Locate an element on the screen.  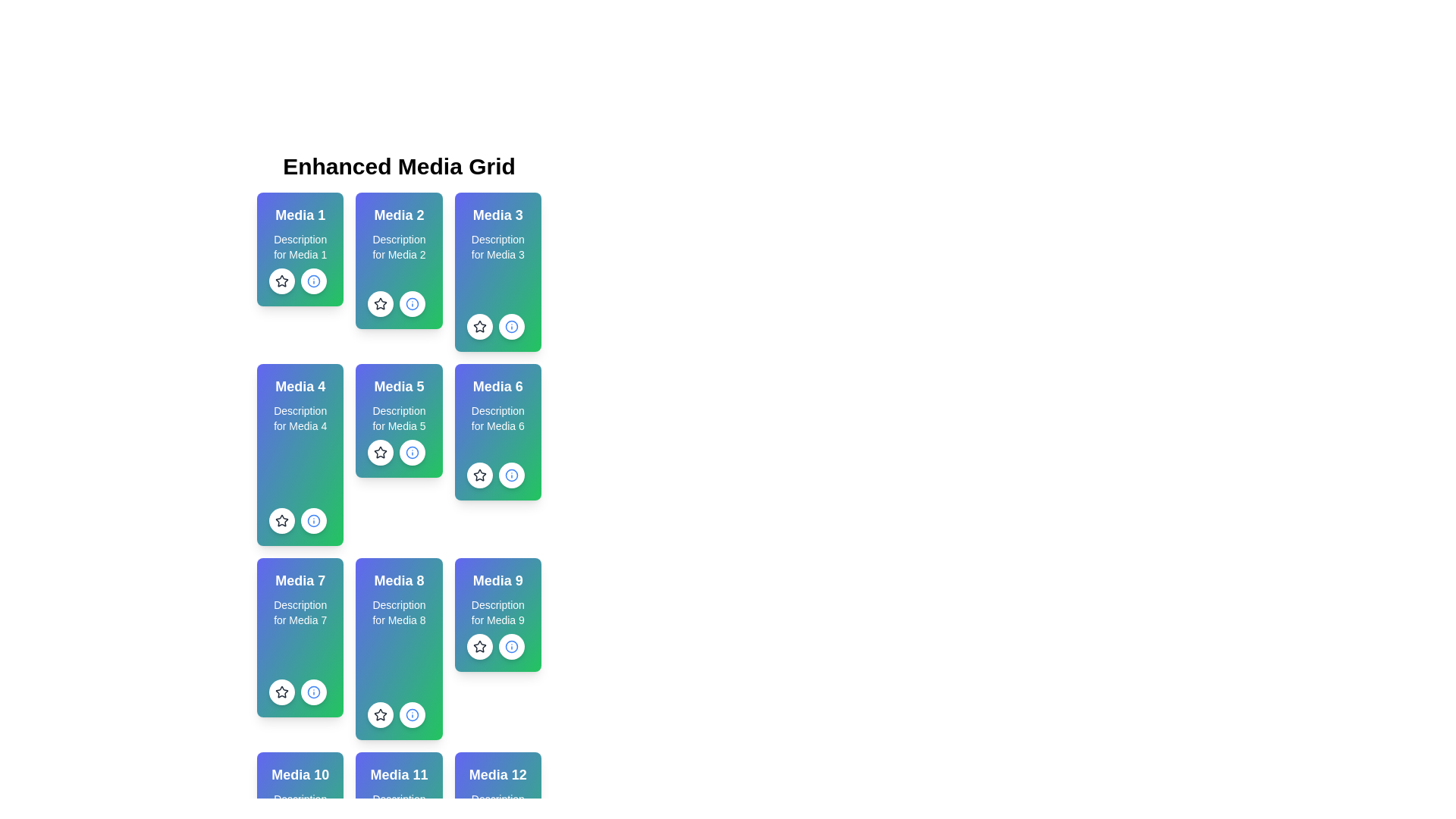
the text element displaying 'Description for Media 3', which is positioned below the title 'Media 3' within the media card is located at coordinates (497, 246).